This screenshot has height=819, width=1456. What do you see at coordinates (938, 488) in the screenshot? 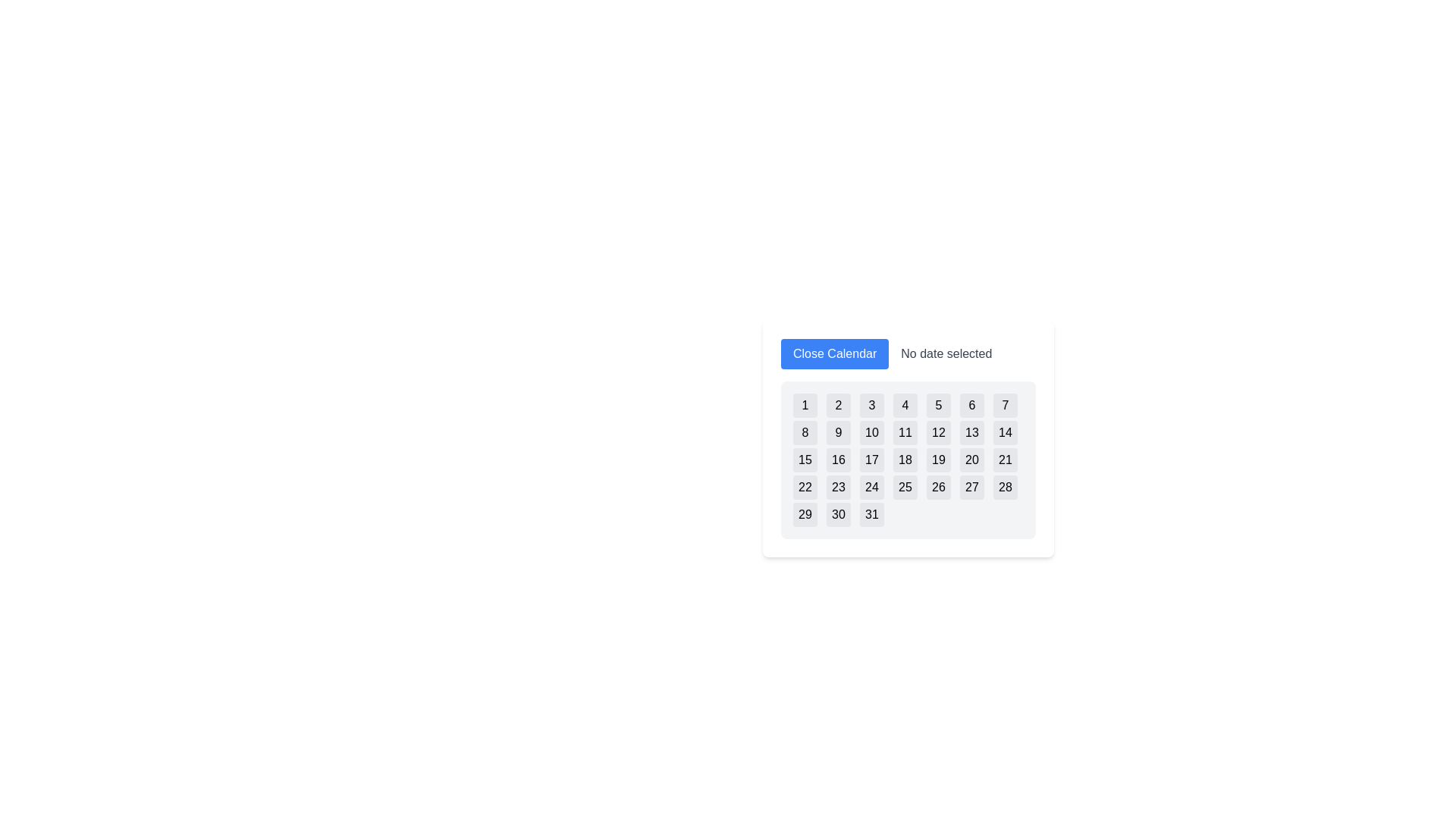
I see `the square button labeled '26' with a light gray background located` at bounding box center [938, 488].